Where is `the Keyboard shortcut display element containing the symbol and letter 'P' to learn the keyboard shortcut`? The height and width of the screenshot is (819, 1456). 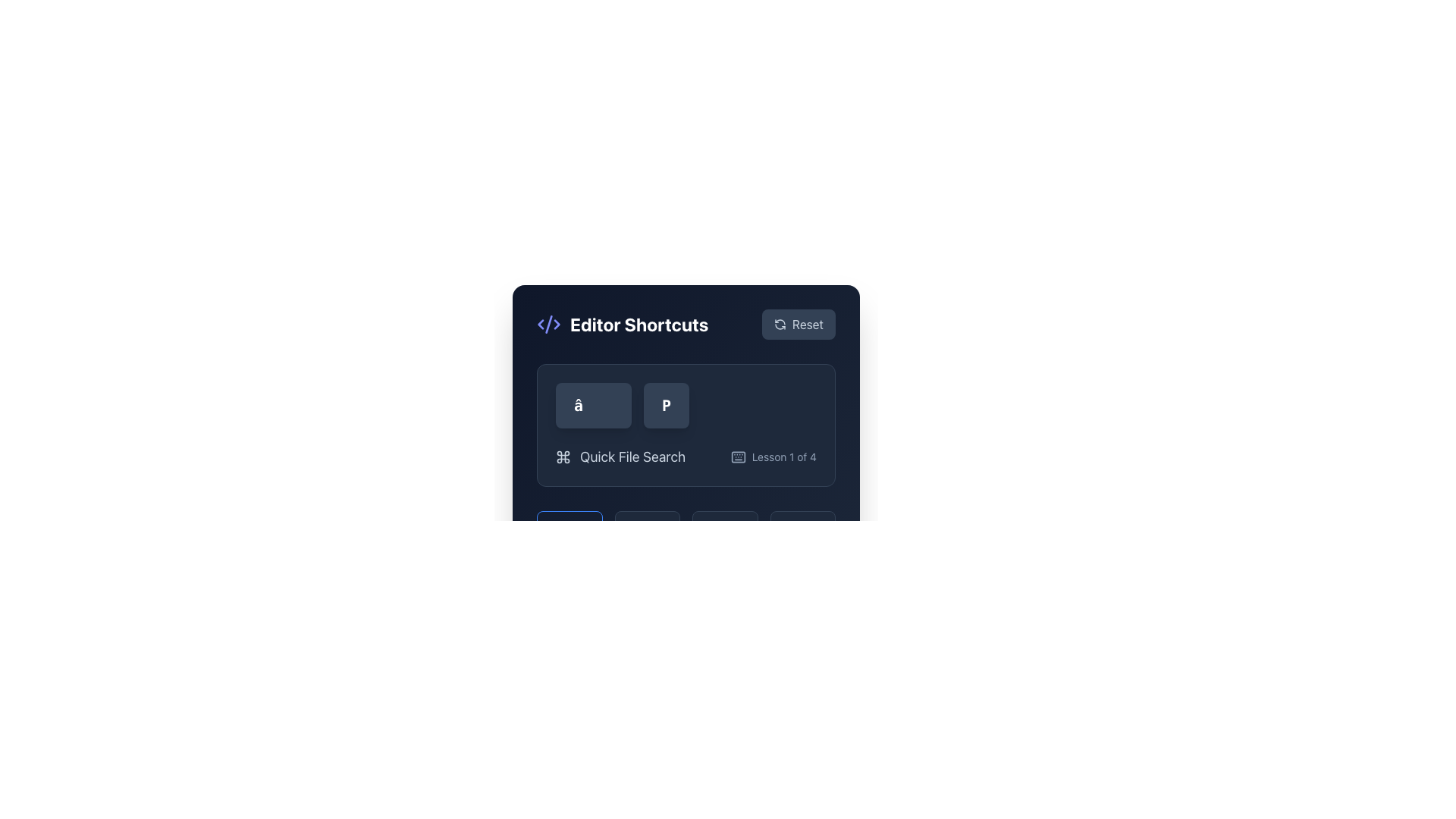
the Keyboard shortcut display element containing the symbol and letter 'P' to learn the keyboard shortcut is located at coordinates (686, 405).